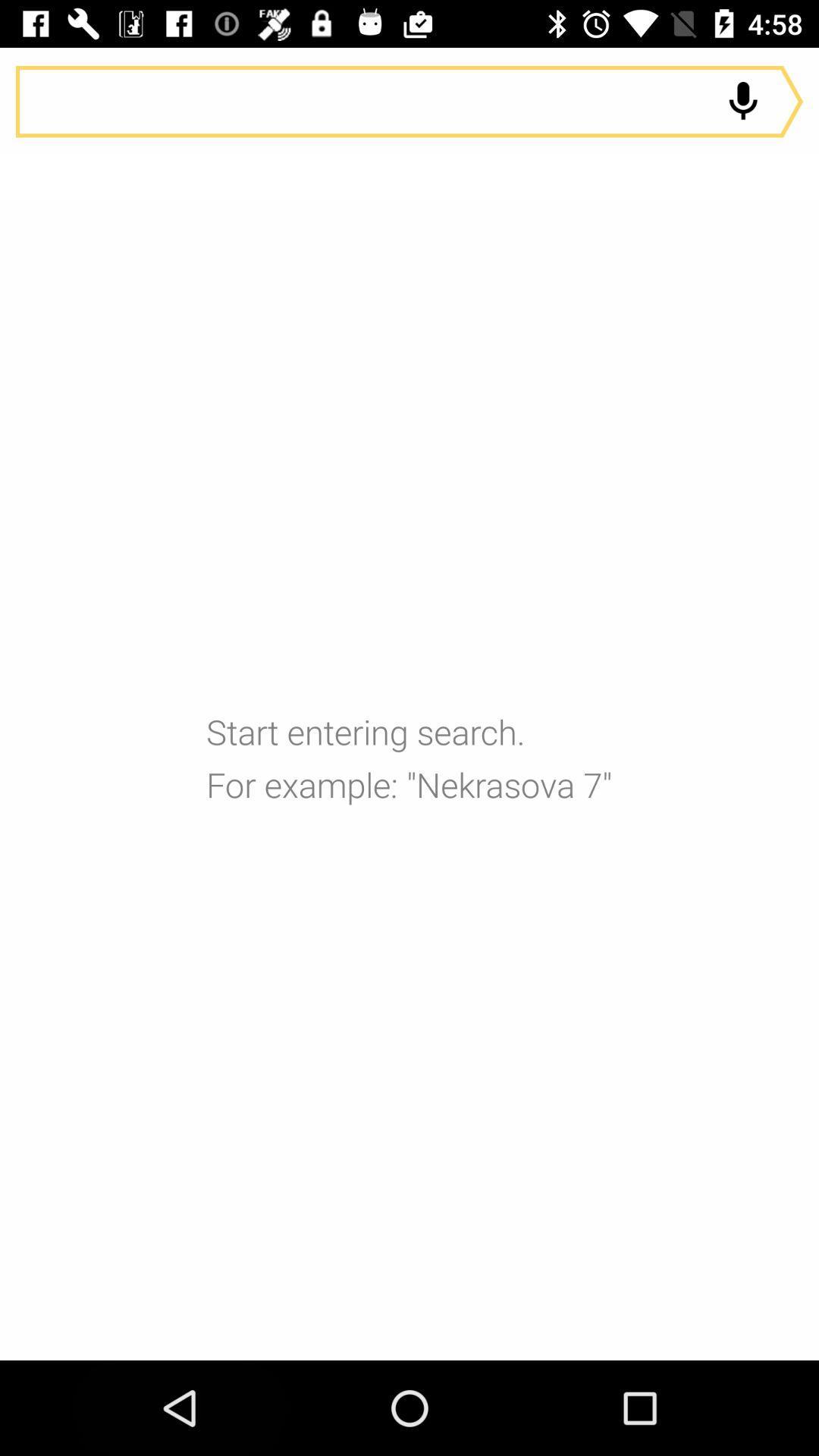 The height and width of the screenshot is (1456, 819). Describe the element at coordinates (409, 101) in the screenshot. I see `audio search` at that location.